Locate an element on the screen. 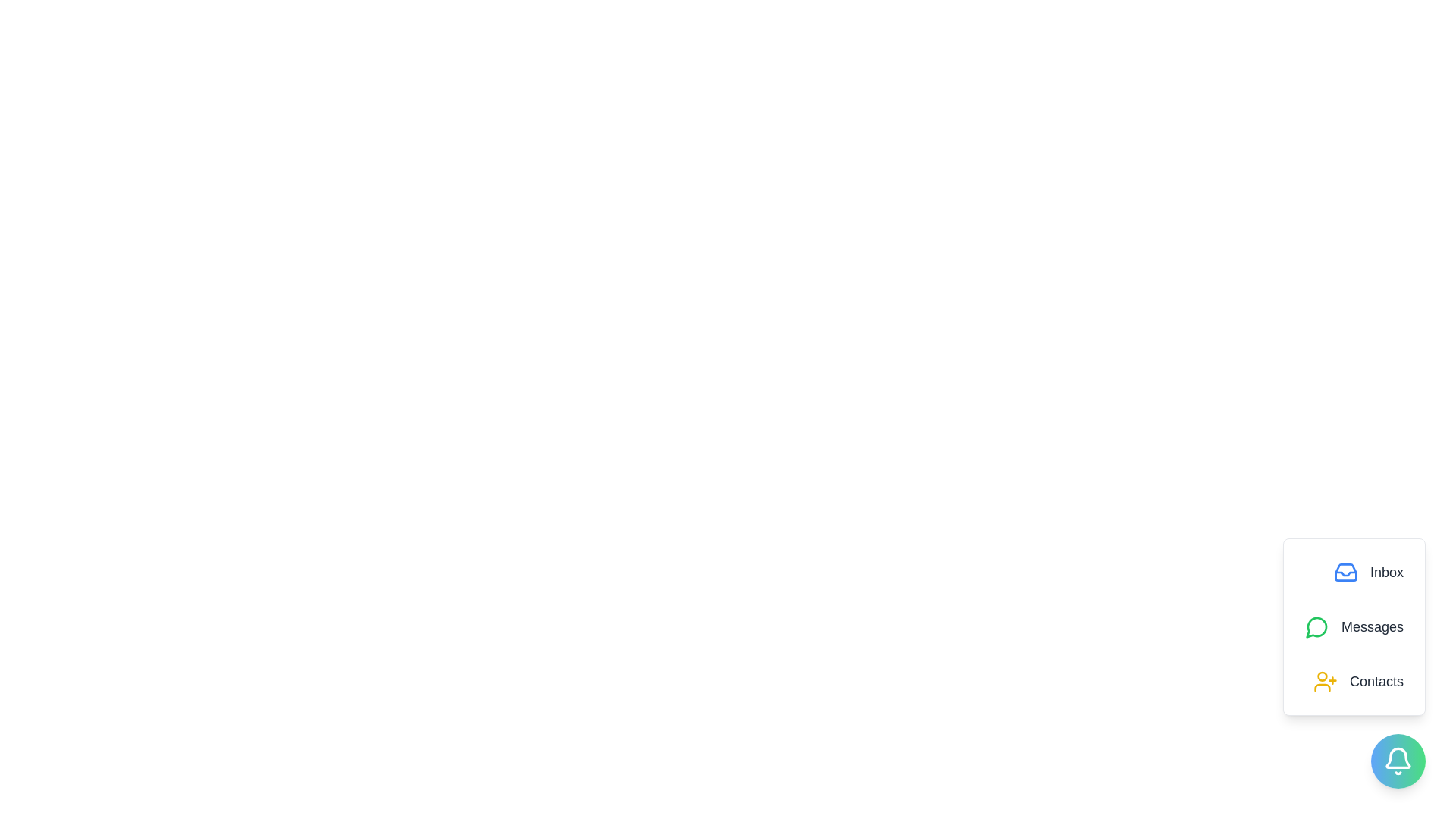 This screenshot has width=1456, height=819. the 'Inbox' option in the NotificationSpeedDial menu is located at coordinates (1368, 573).